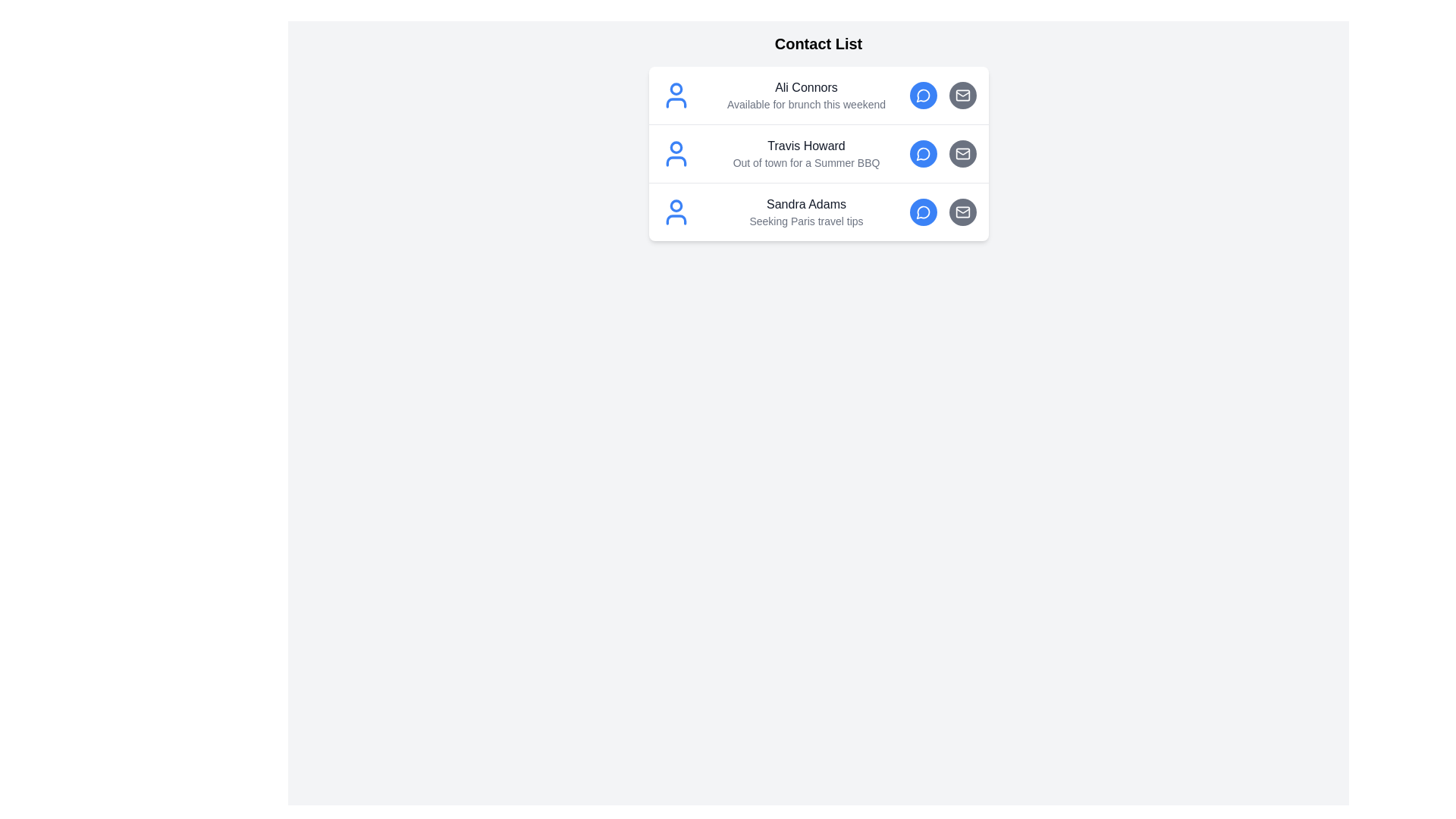 The image size is (1456, 819). I want to click on the topmost contact list item under the 'Contact List' heading, so click(805, 96).